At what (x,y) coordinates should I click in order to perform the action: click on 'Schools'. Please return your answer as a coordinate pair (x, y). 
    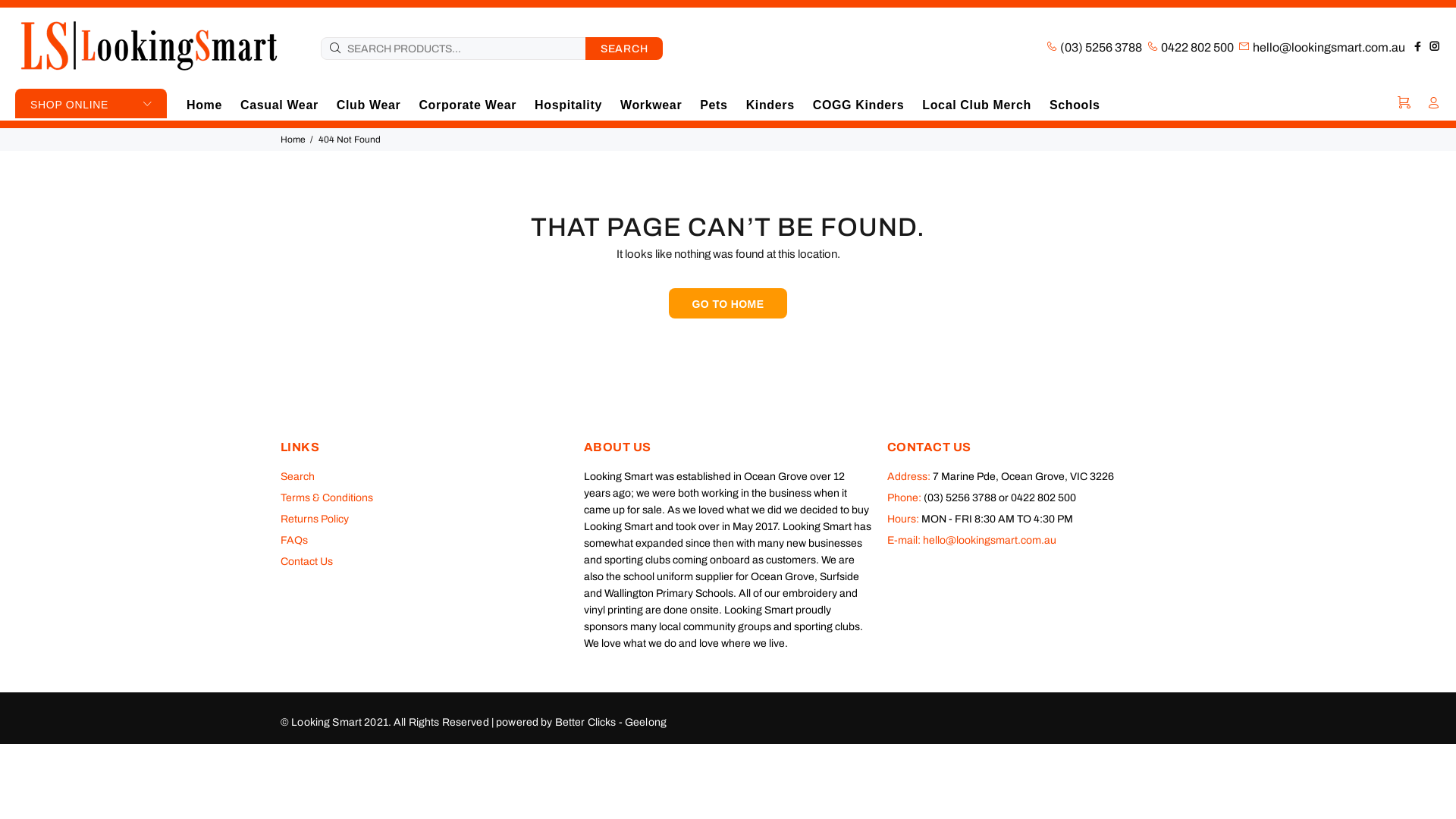
    Looking at the image, I should click on (1069, 104).